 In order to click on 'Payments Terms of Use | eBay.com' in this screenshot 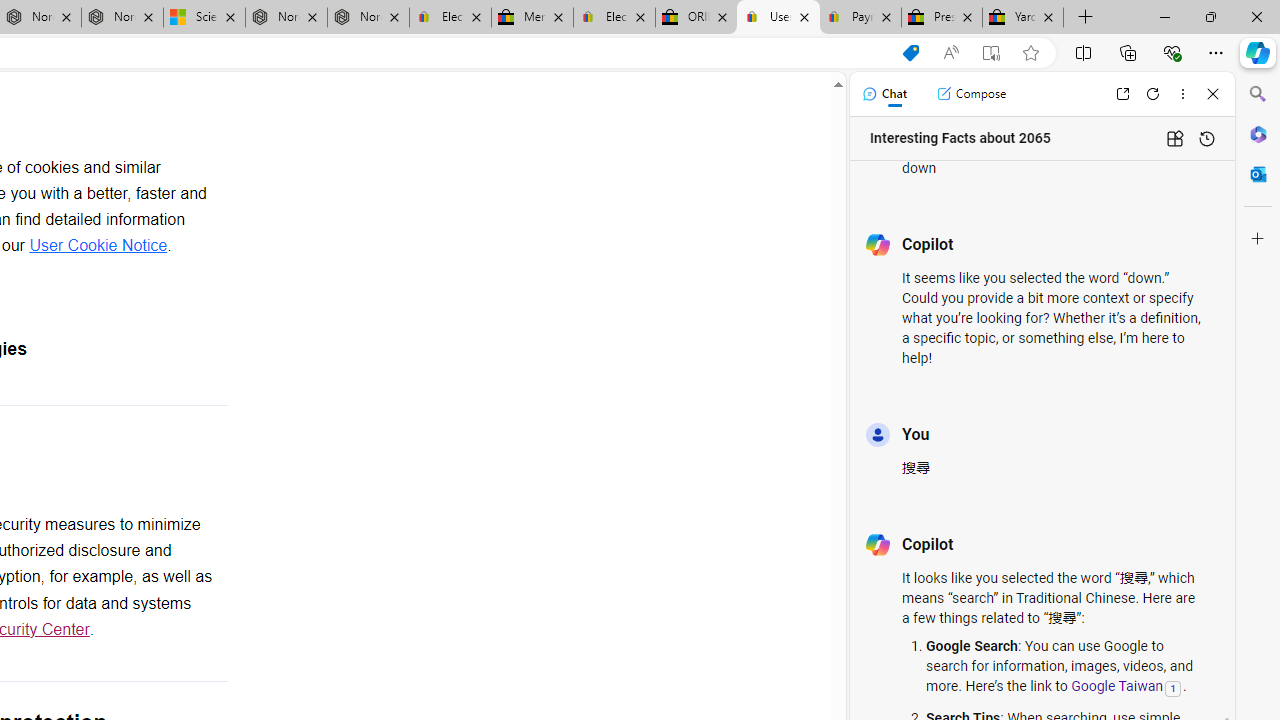, I will do `click(860, 17)`.